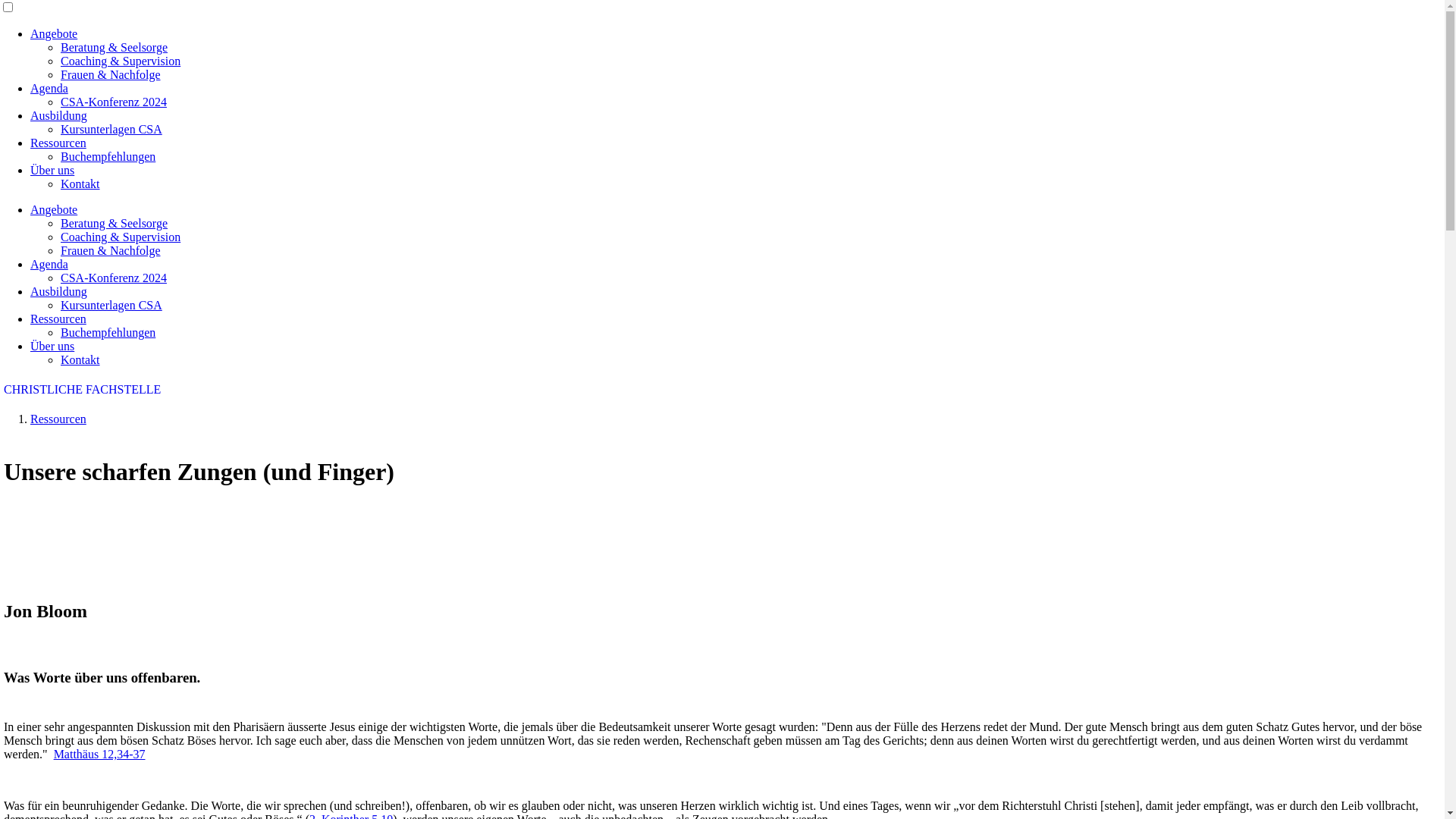 The height and width of the screenshot is (819, 1456). I want to click on 'Kursunterlagen CSA', so click(111, 128).